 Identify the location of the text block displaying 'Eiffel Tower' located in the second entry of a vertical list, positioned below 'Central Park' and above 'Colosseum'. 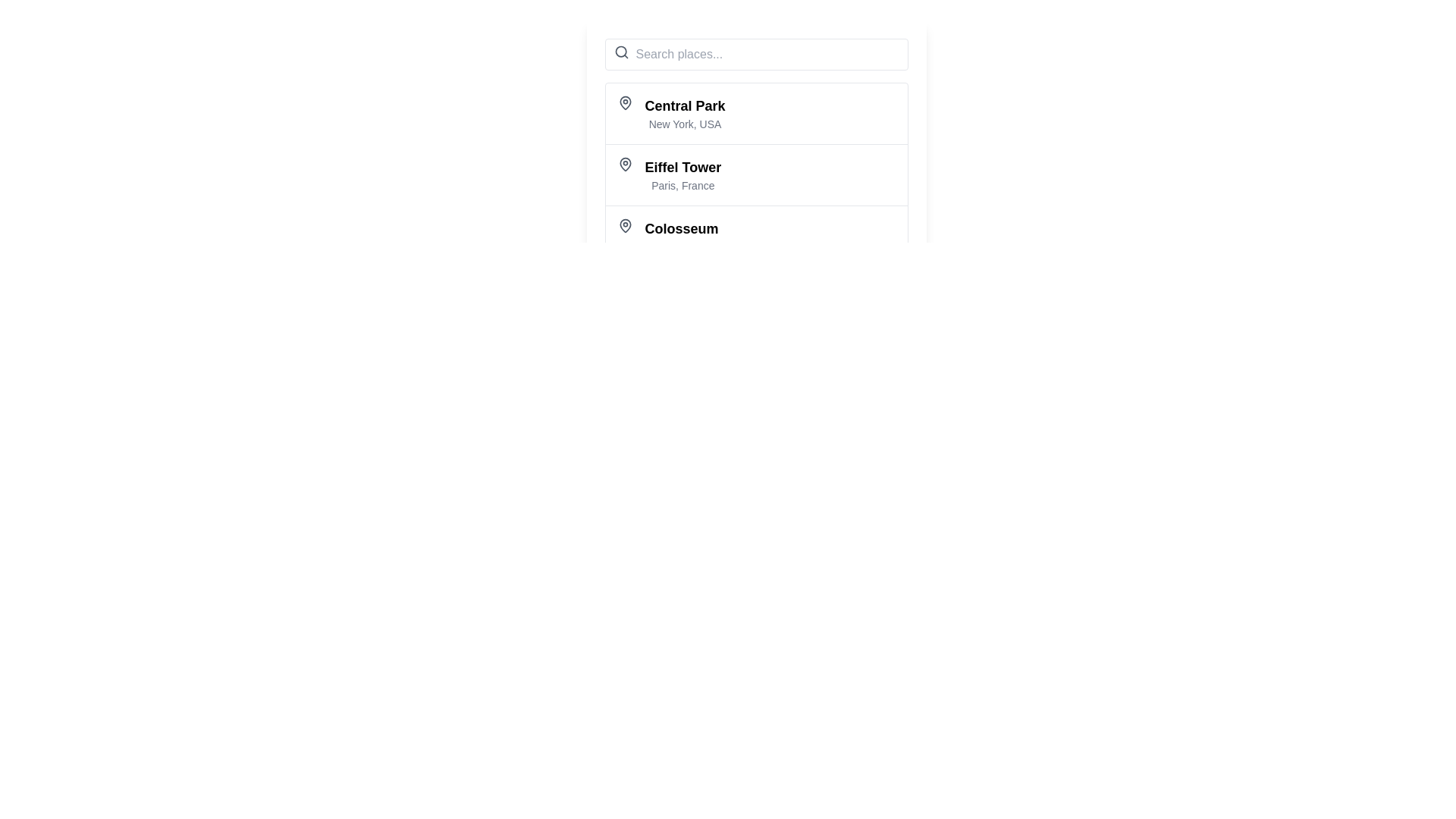
(682, 174).